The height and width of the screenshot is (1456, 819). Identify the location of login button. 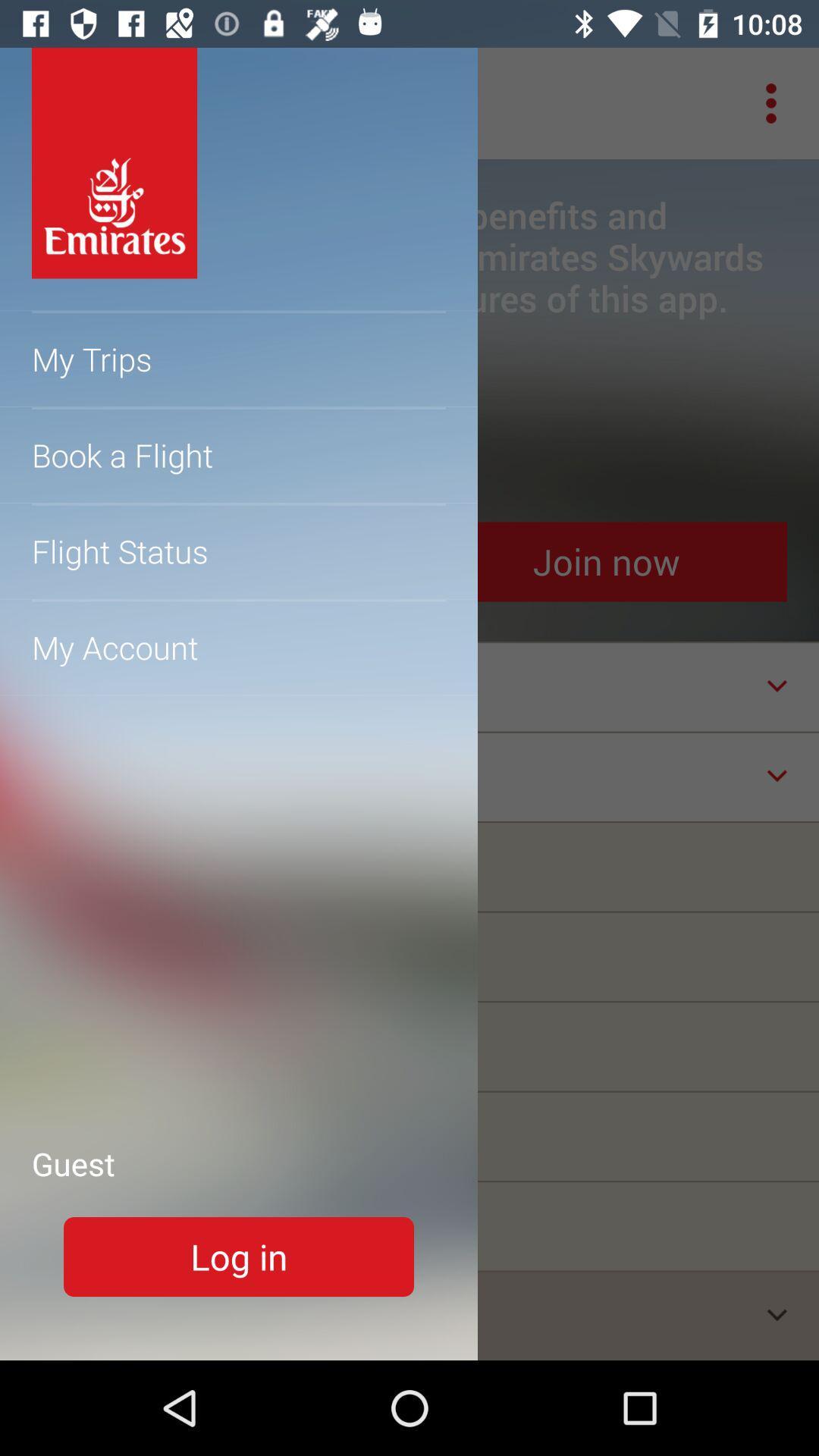
(239, 1257).